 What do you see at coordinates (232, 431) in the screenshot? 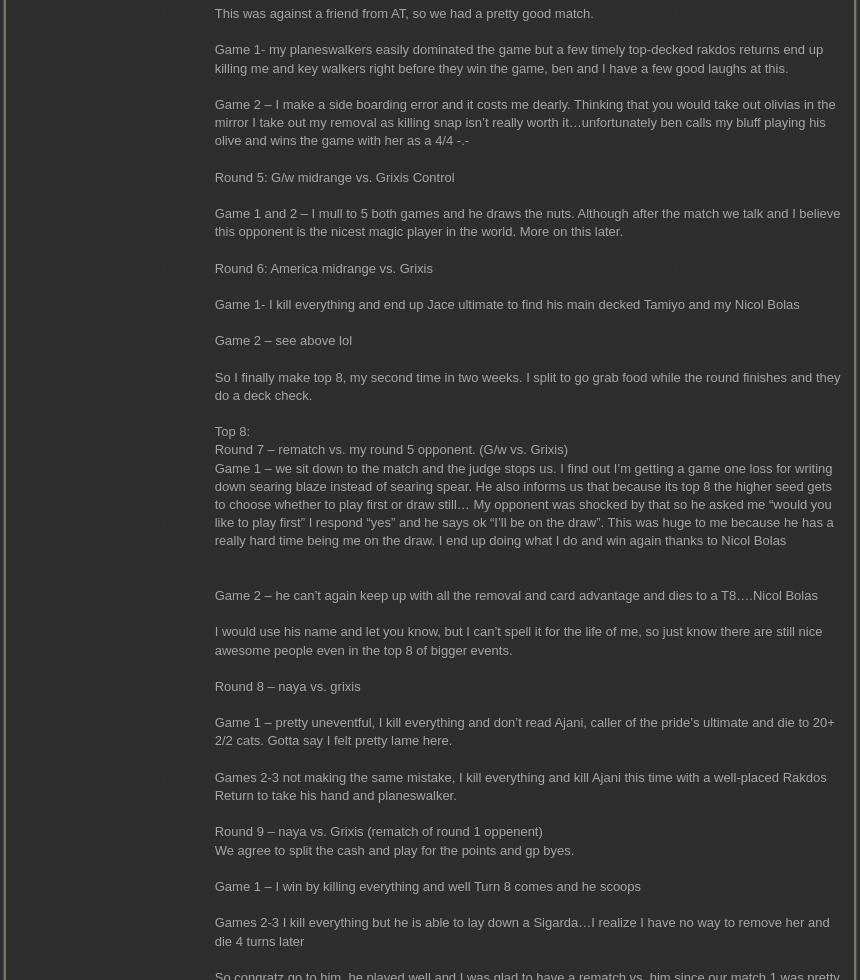
I see `'Top 8:'` at bounding box center [232, 431].